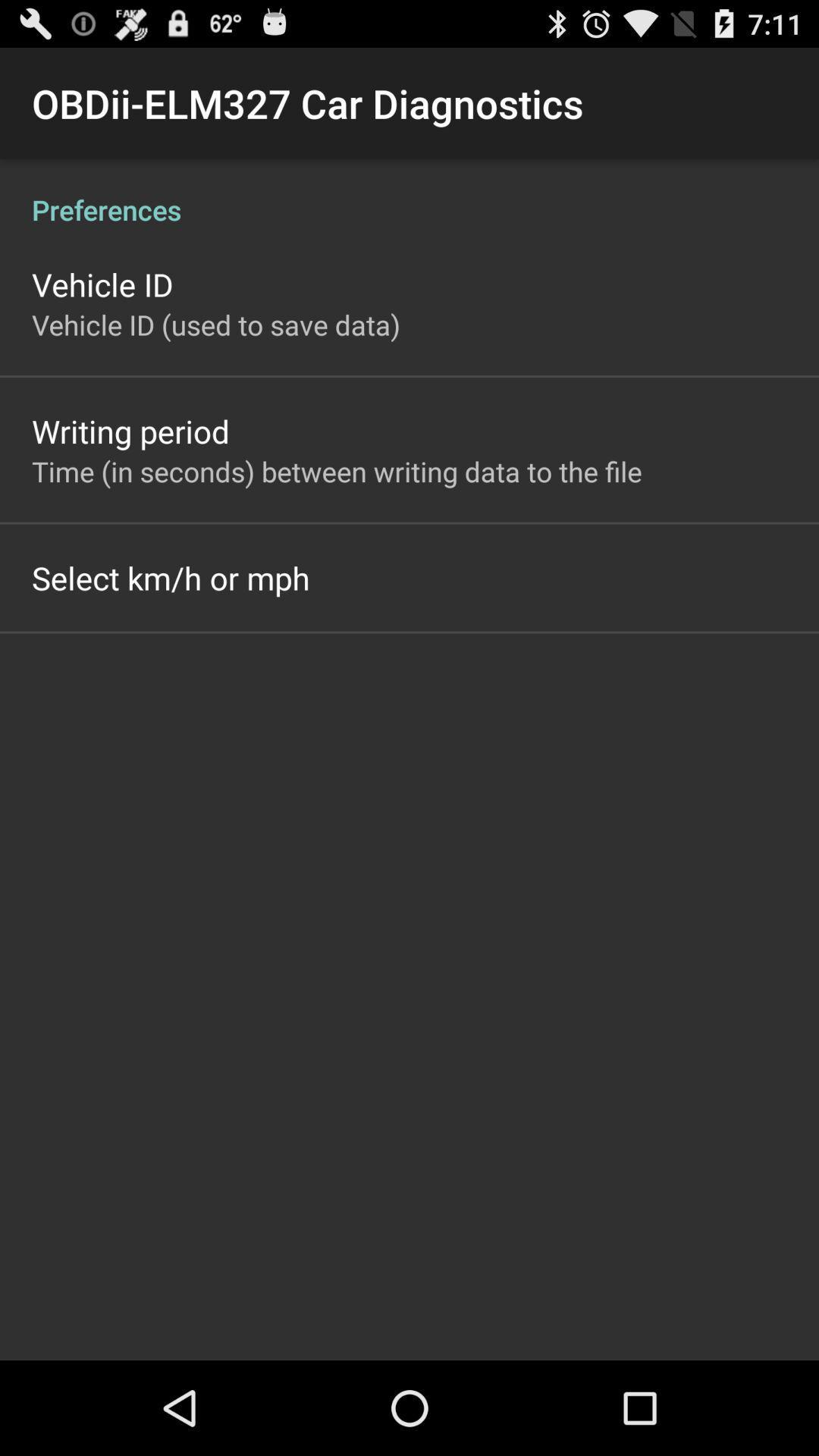 The height and width of the screenshot is (1456, 819). I want to click on the time in seconds icon, so click(336, 470).